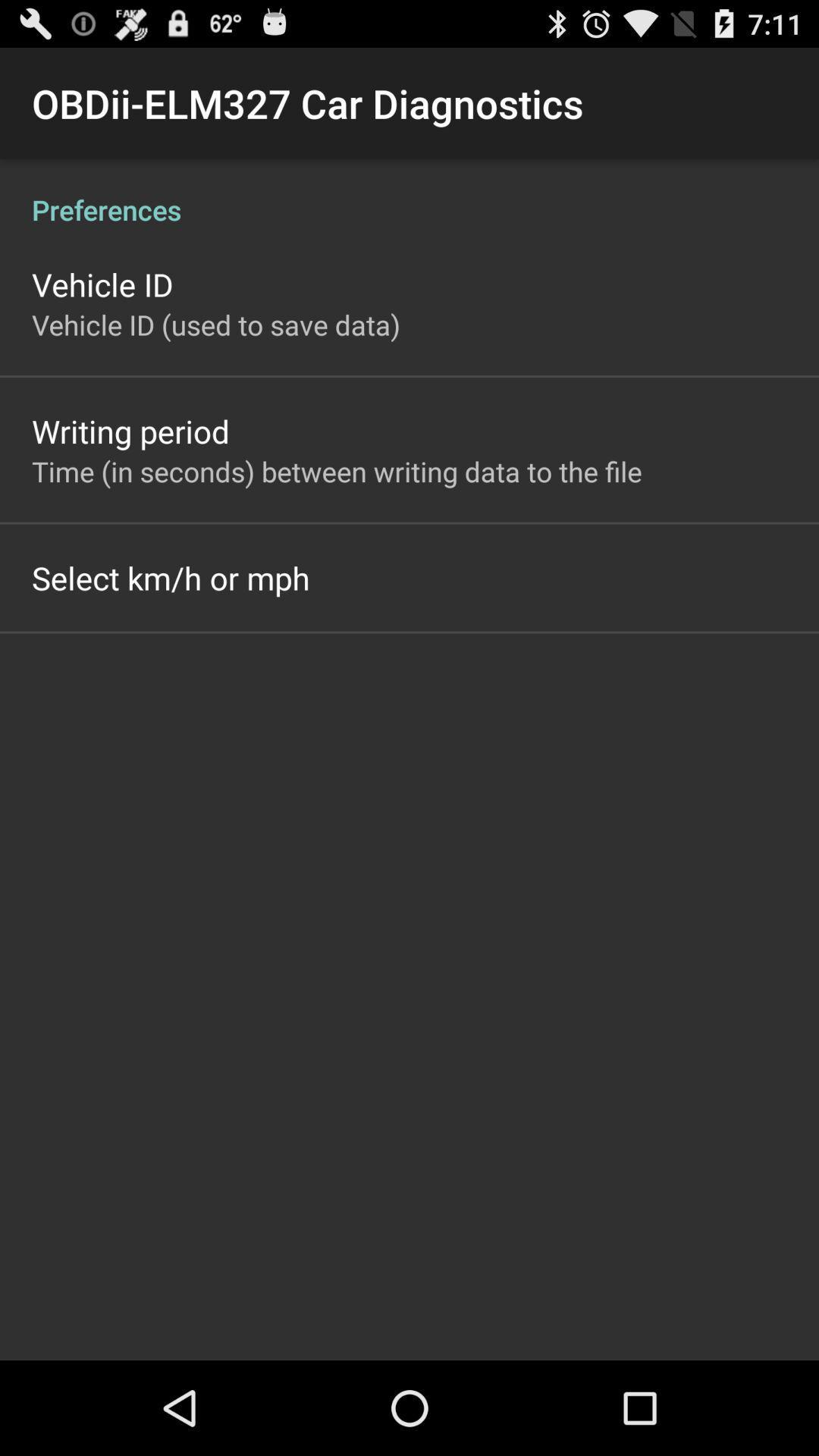 The height and width of the screenshot is (1456, 819). I want to click on the time in seconds icon, so click(336, 470).